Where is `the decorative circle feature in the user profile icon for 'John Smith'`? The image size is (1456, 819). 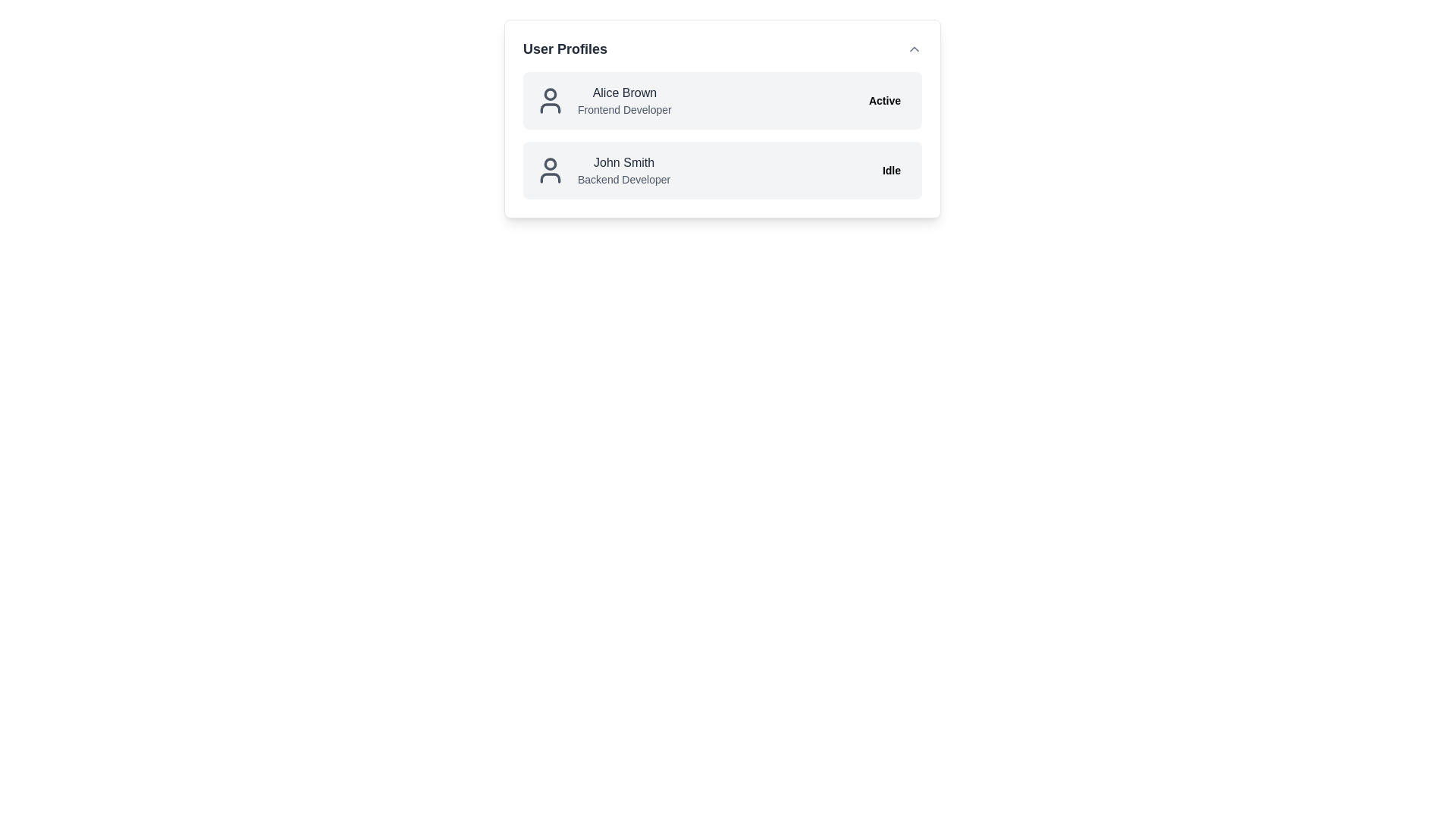
the decorative circle feature in the user profile icon for 'John Smith' is located at coordinates (549, 164).